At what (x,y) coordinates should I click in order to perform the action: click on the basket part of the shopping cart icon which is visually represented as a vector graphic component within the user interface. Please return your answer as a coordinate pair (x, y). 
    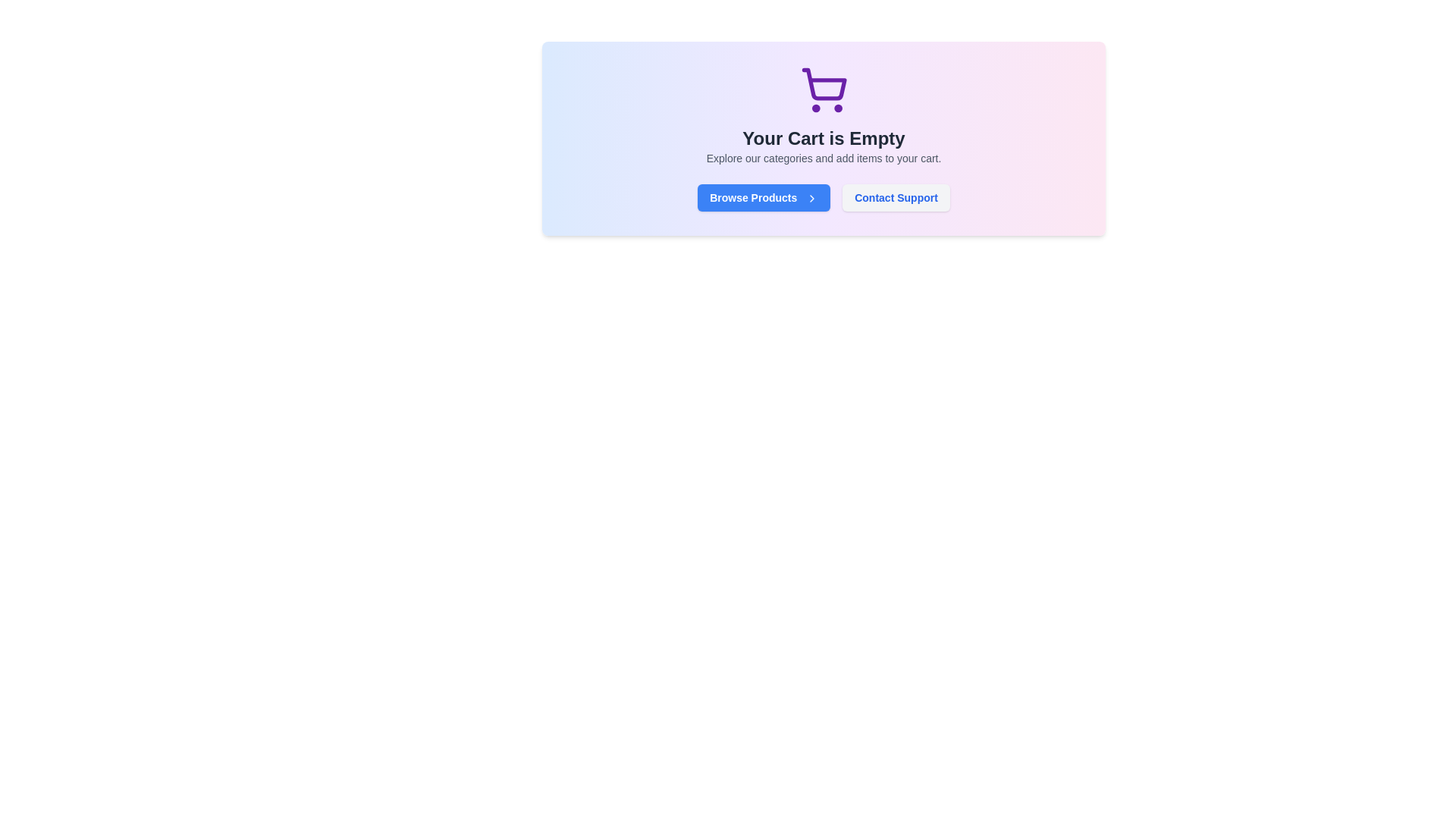
    Looking at the image, I should click on (823, 84).